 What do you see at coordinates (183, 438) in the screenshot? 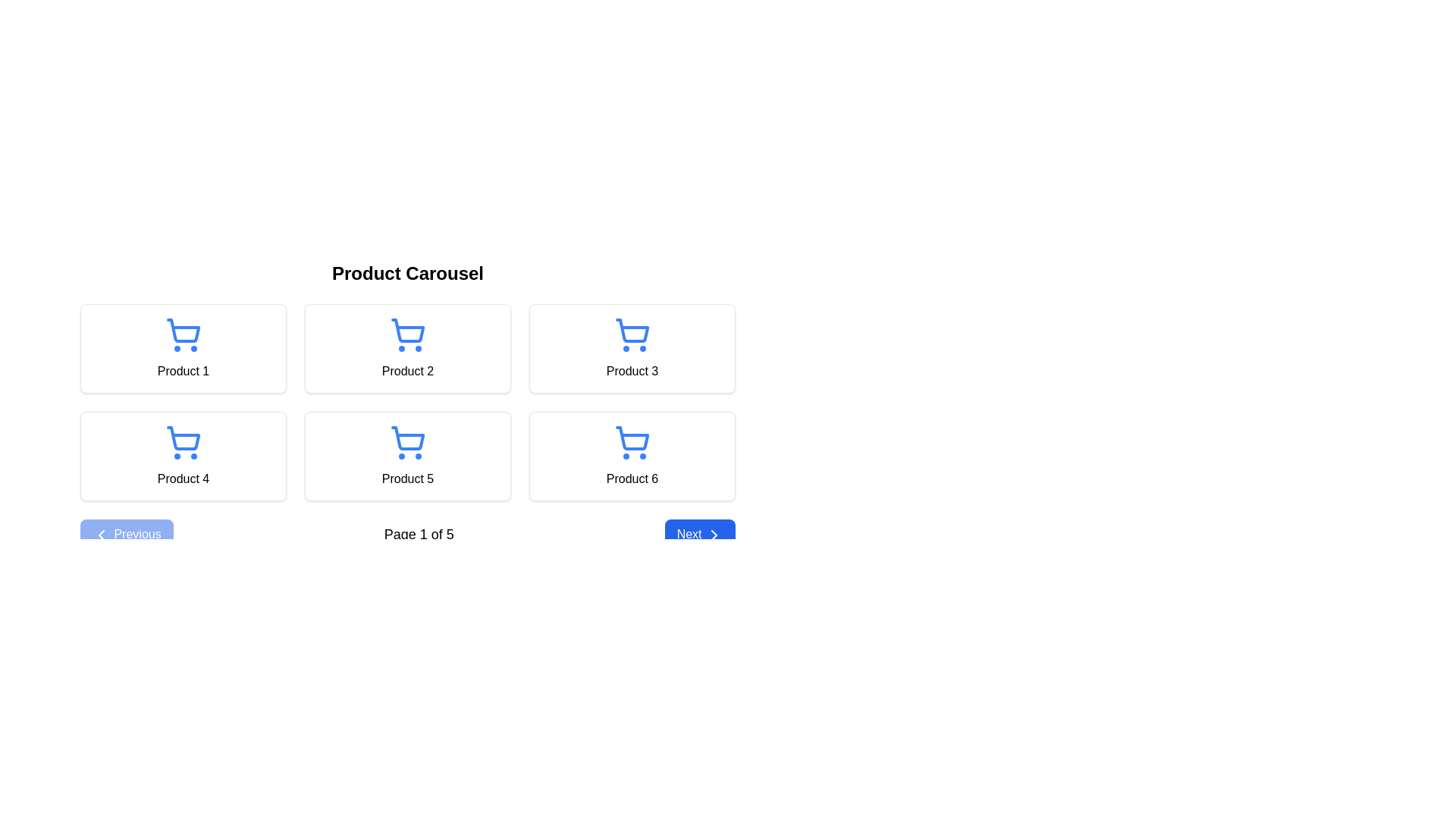
I see `the main body of the shopping cart icon located in the 'Product 4' cell of the product carousel grid` at bounding box center [183, 438].